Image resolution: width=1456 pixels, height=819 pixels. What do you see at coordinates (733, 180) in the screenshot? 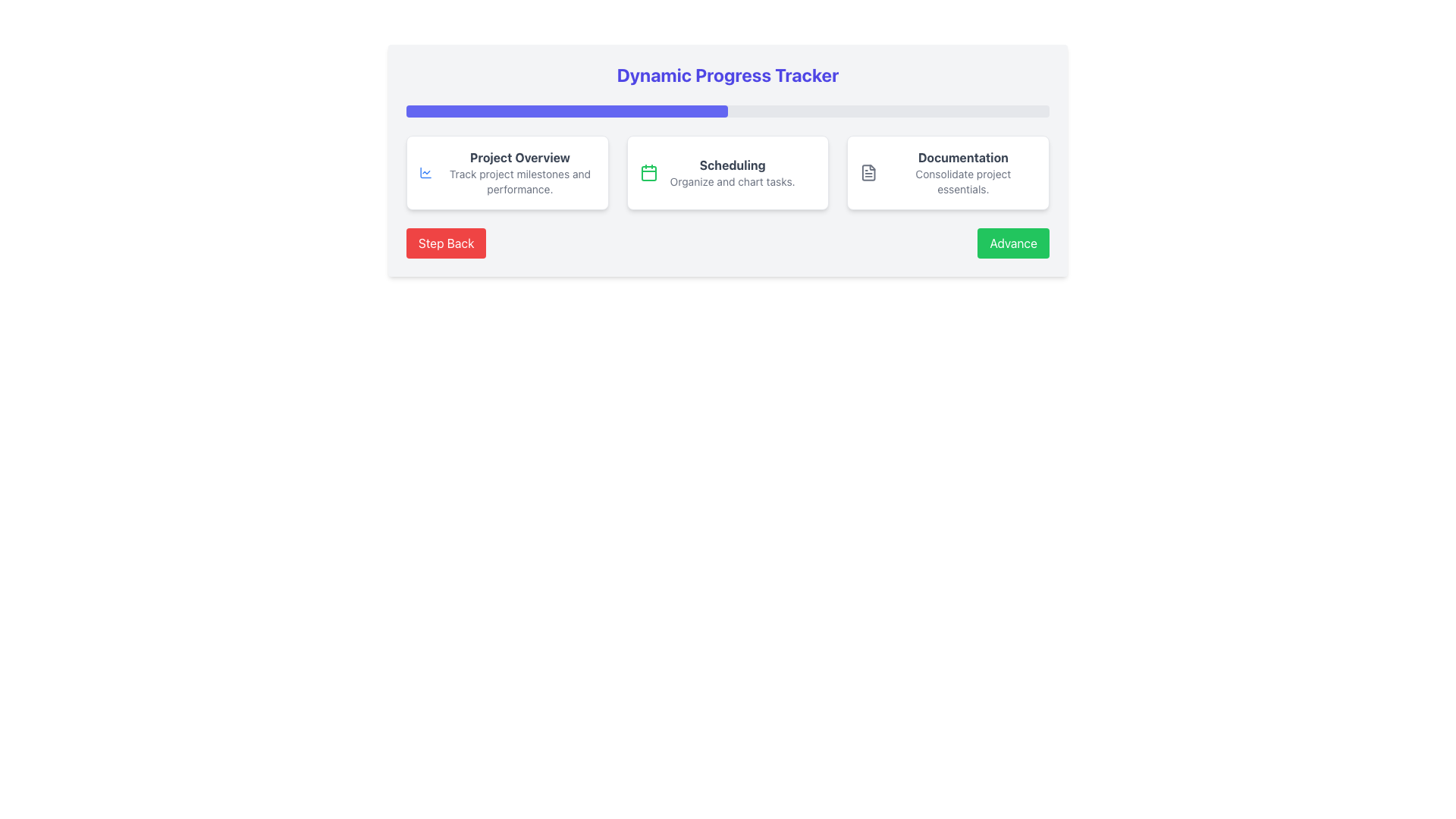
I see `the text 'Organize and chart tasks.' located under the 'Scheduling' heading within the card` at bounding box center [733, 180].